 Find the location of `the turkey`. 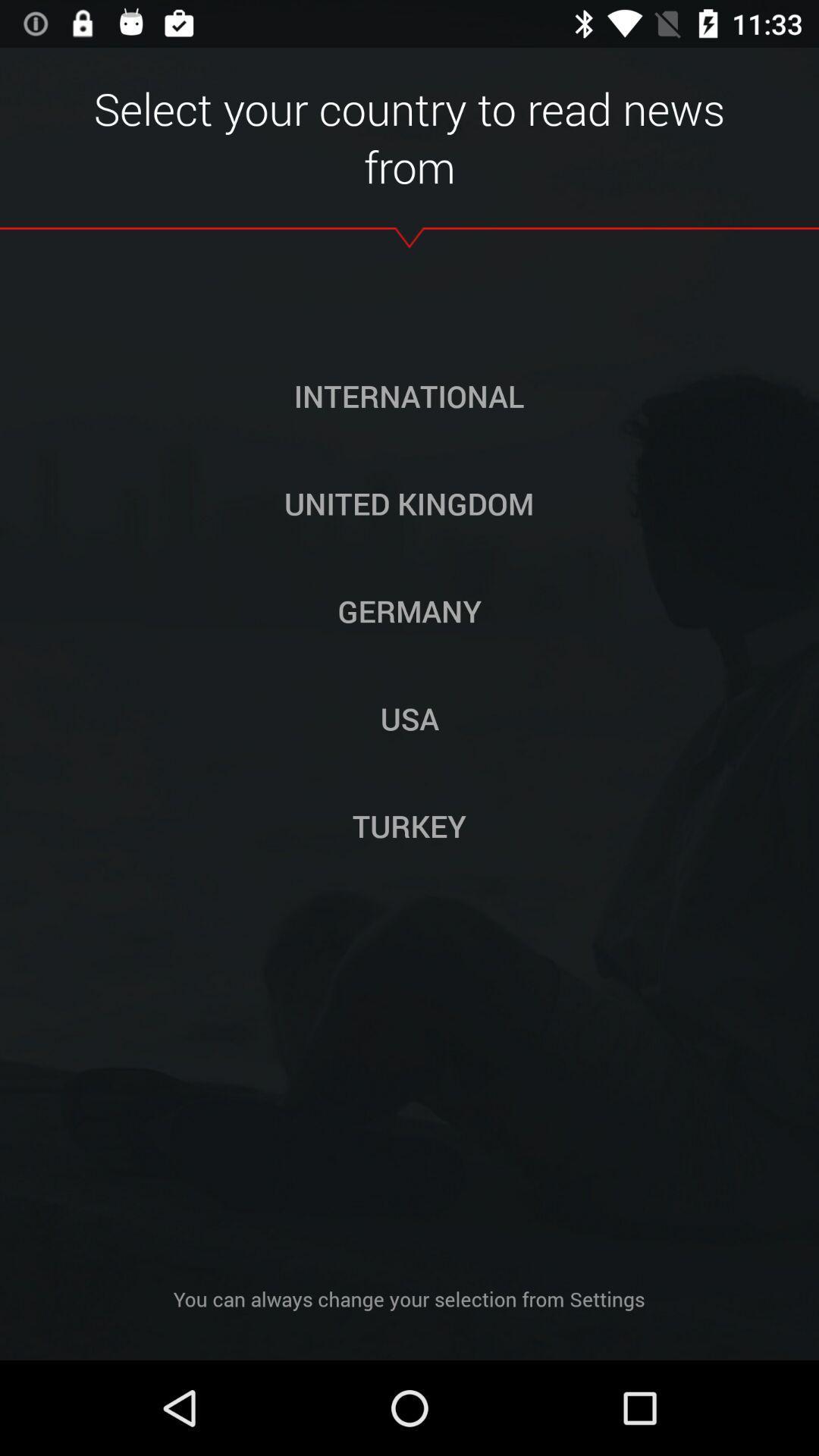

the turkey is located at coordinates (409, 825).